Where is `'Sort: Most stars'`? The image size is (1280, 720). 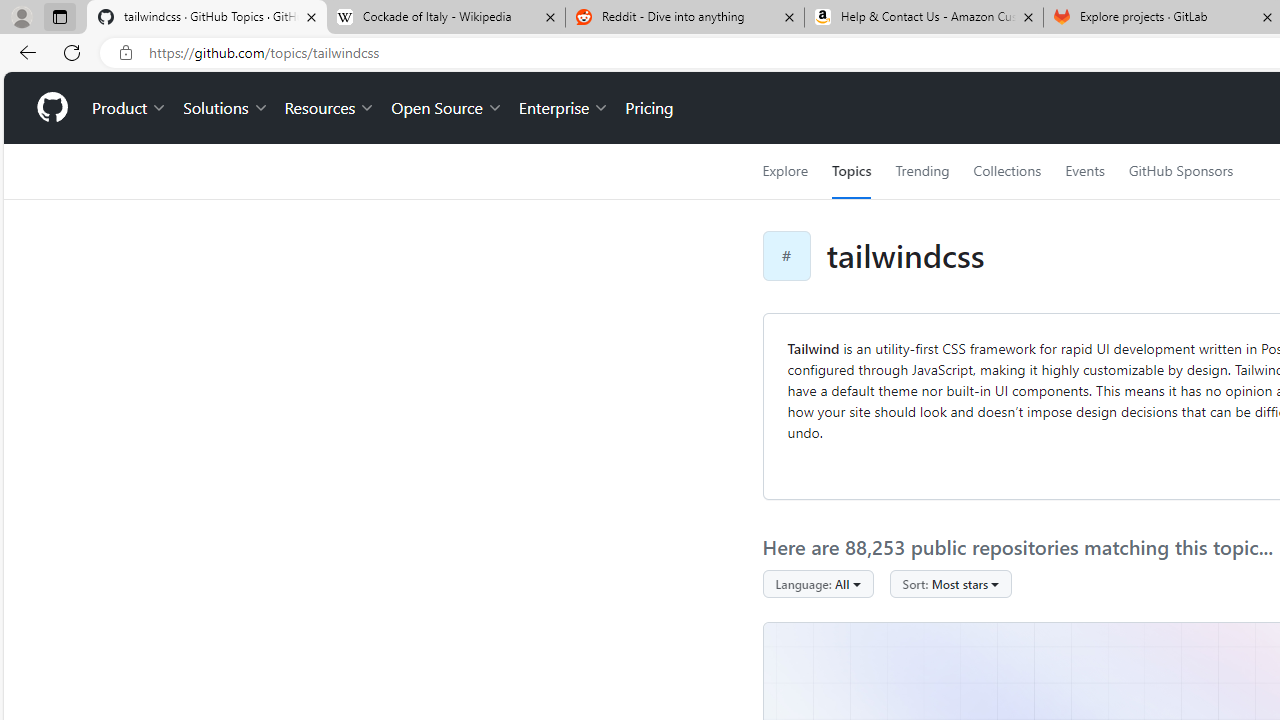
'Sort: Most stars' is located at coordinates (950, 584).